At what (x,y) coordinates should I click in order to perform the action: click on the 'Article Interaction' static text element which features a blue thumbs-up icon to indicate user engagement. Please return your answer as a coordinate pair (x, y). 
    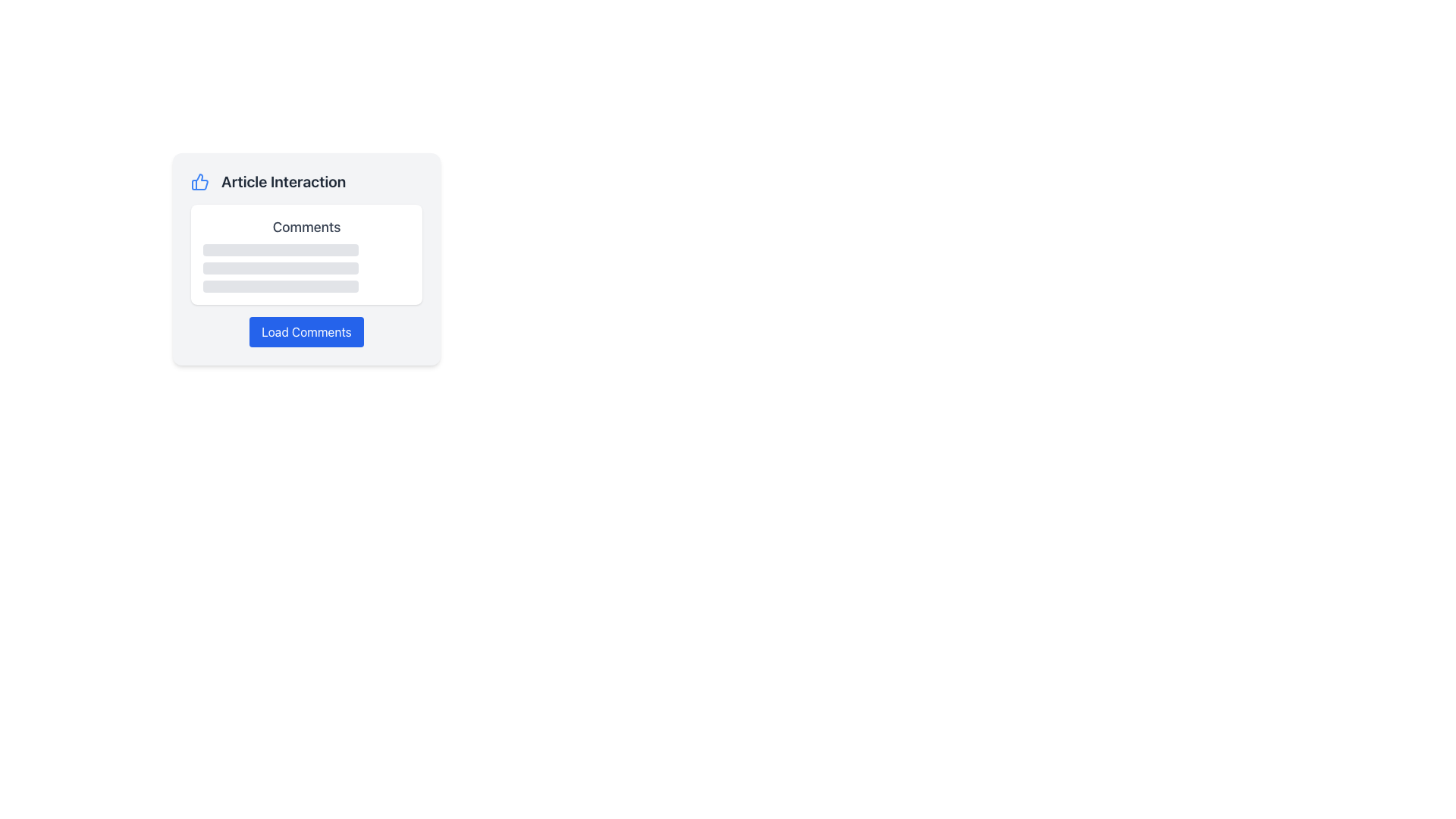
    Looking at the image, I should click on (306, 180).